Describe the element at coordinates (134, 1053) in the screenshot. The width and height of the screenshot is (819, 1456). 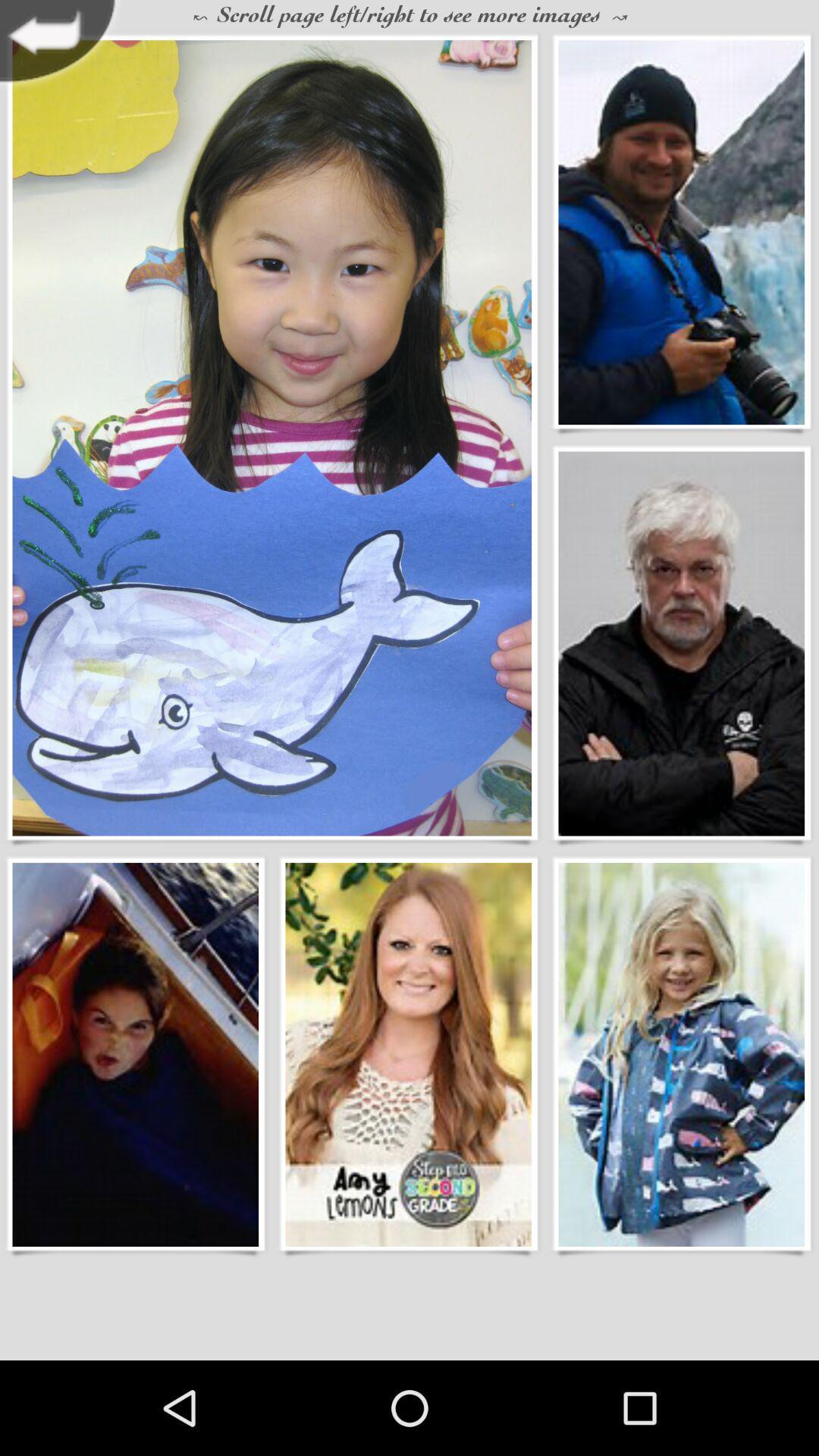
I see `increase photo` at that location.